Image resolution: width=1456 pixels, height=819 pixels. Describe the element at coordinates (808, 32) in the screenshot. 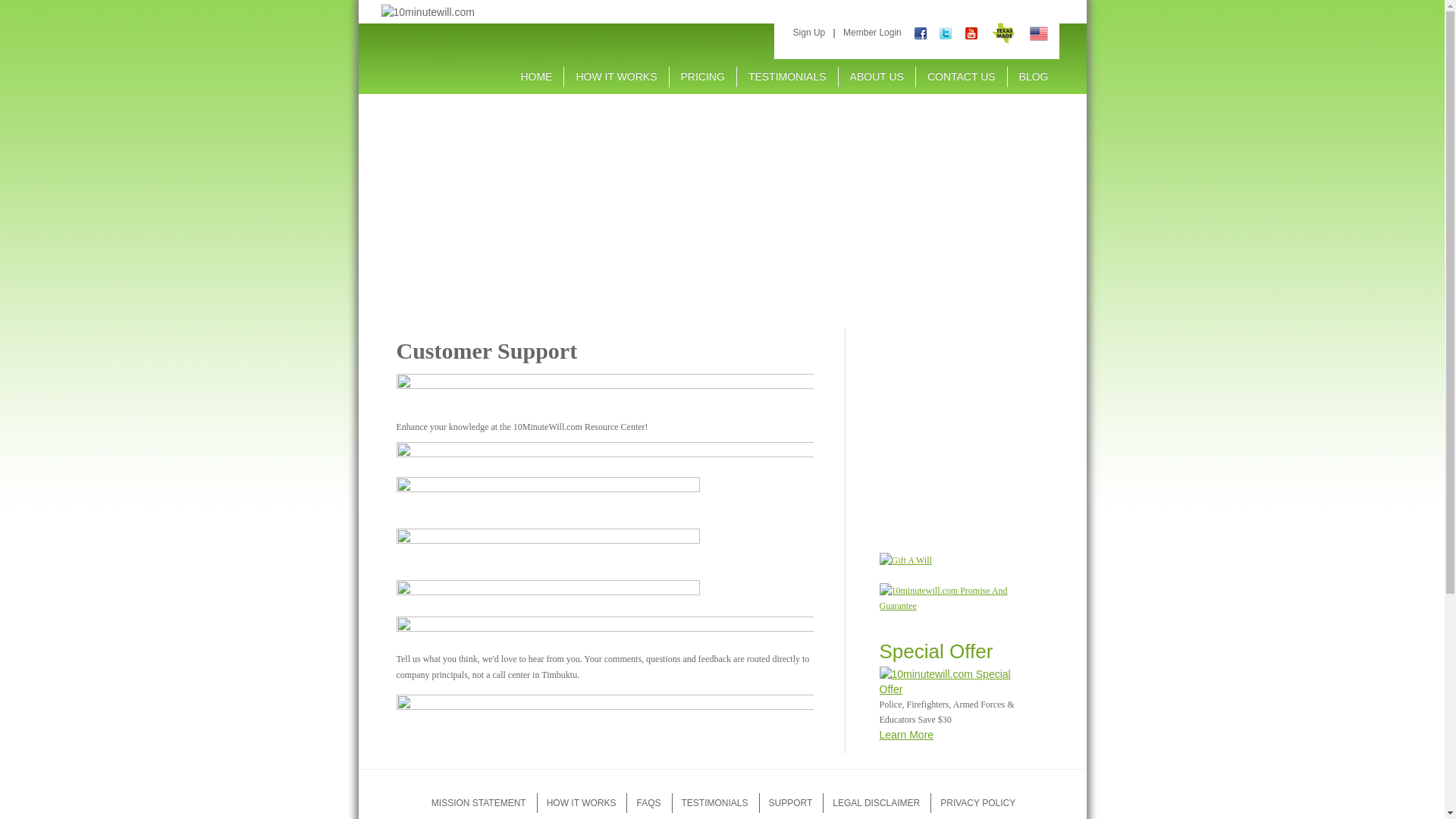

I see `'Sign Up'` at that location.